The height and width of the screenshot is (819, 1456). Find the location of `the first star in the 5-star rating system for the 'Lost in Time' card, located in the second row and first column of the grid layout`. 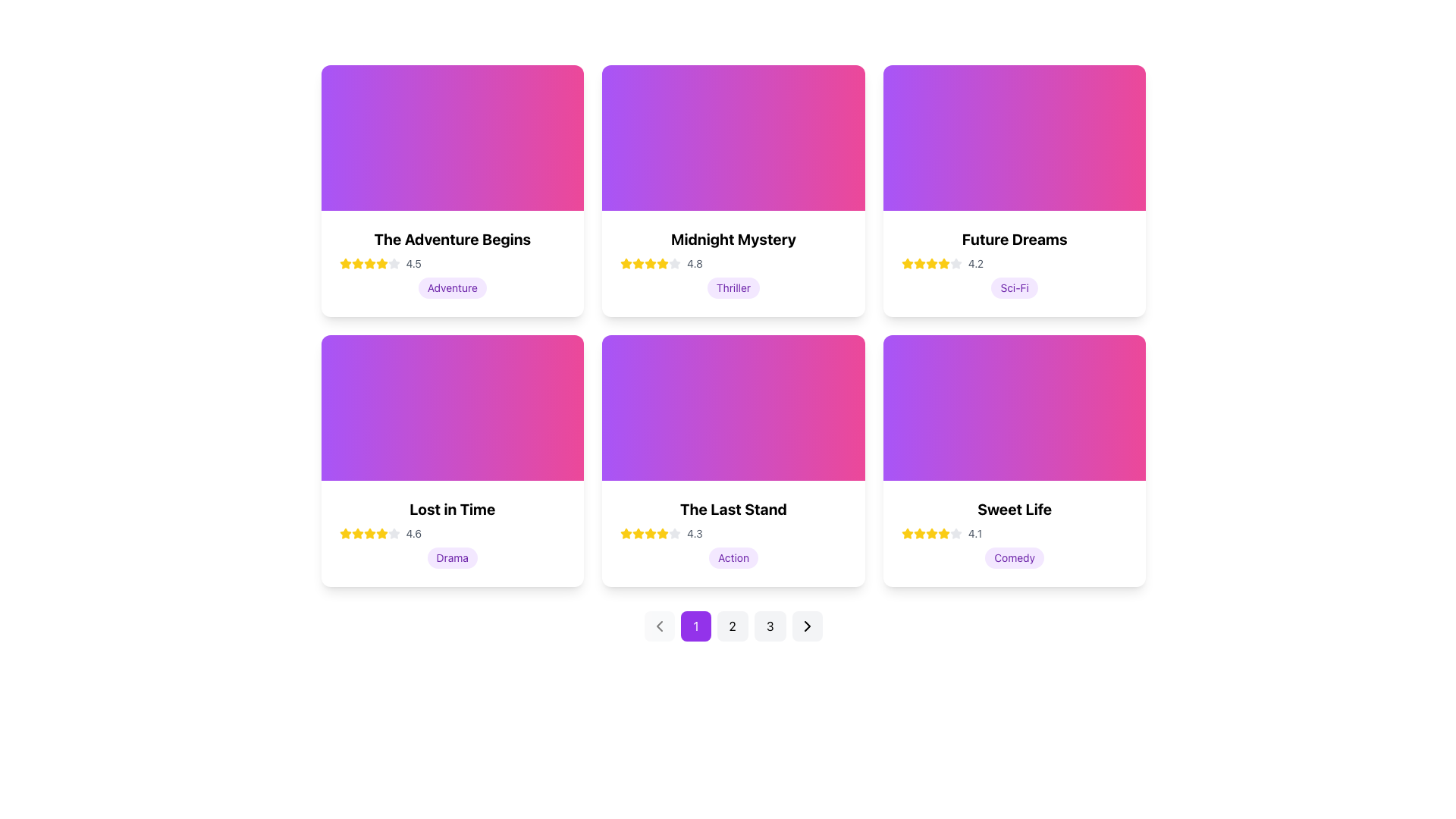

the first star in the 5-star rating system for the 'Lost in Time' card, located in the second row and first column of the grid layout is located at coordinates (344, 533).